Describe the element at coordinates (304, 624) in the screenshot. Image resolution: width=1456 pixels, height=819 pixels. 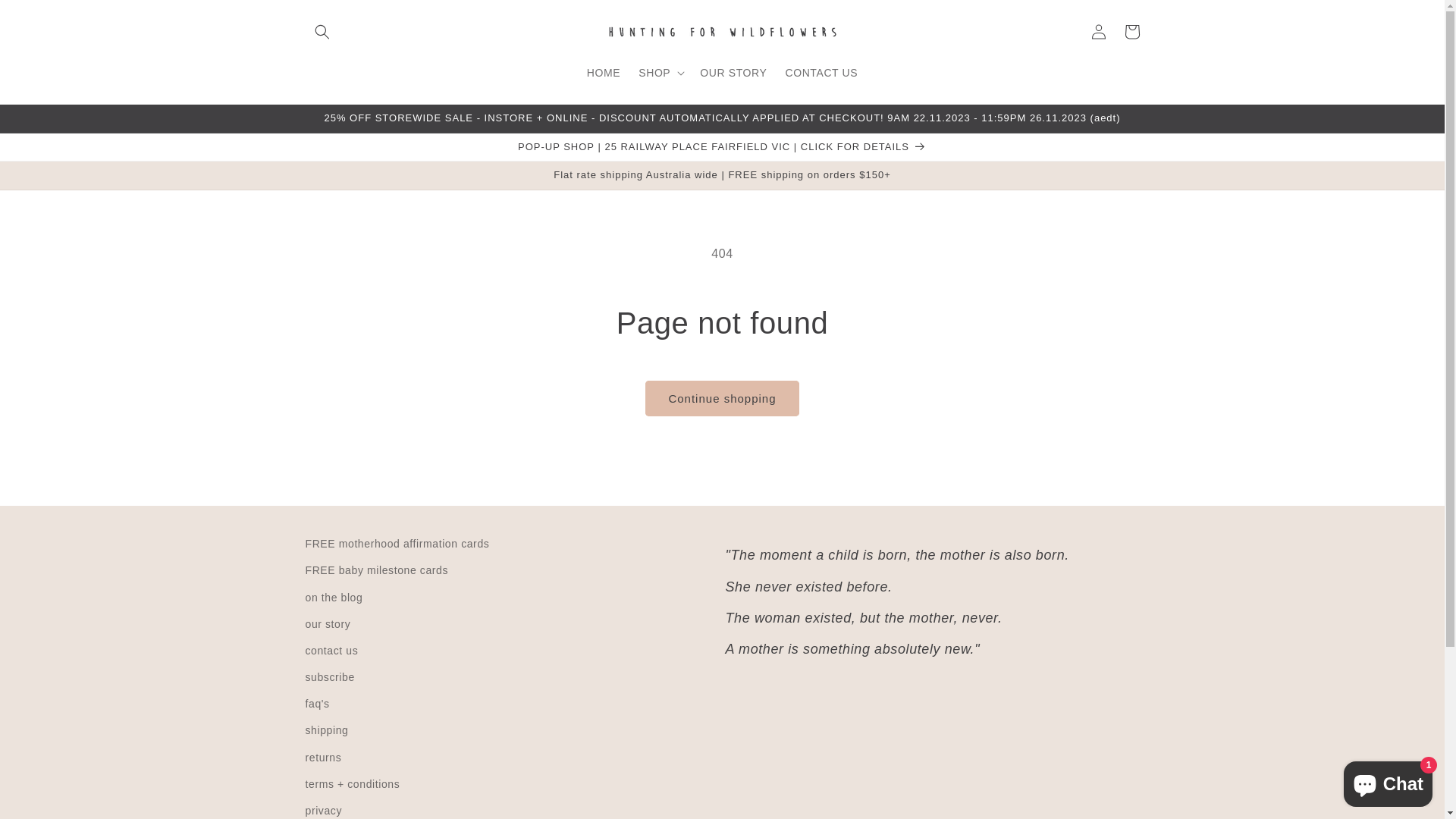
I see `'our story'` at that location.